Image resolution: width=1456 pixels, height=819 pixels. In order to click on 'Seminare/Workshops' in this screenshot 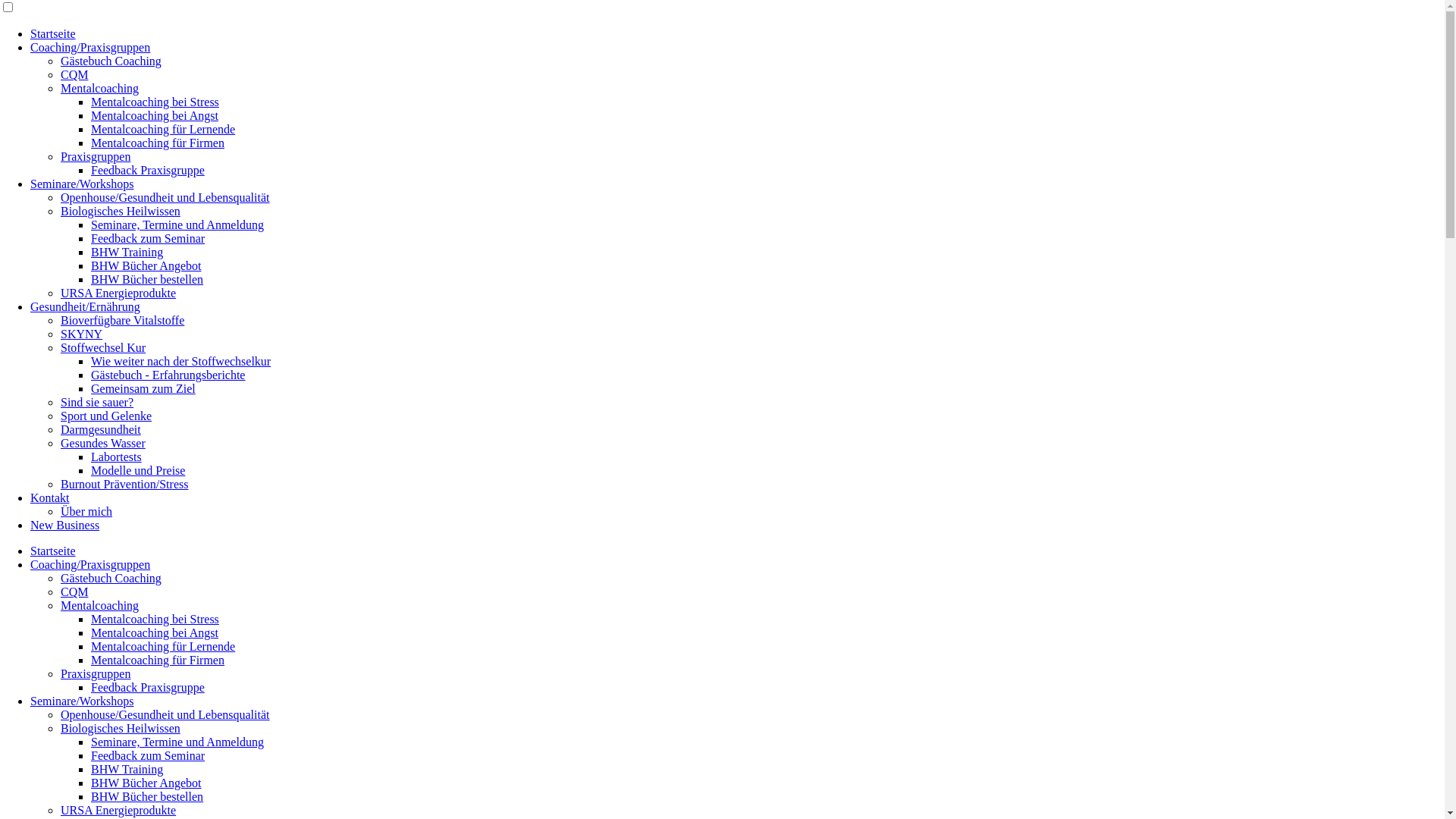, I will do `click(80, 183)`.